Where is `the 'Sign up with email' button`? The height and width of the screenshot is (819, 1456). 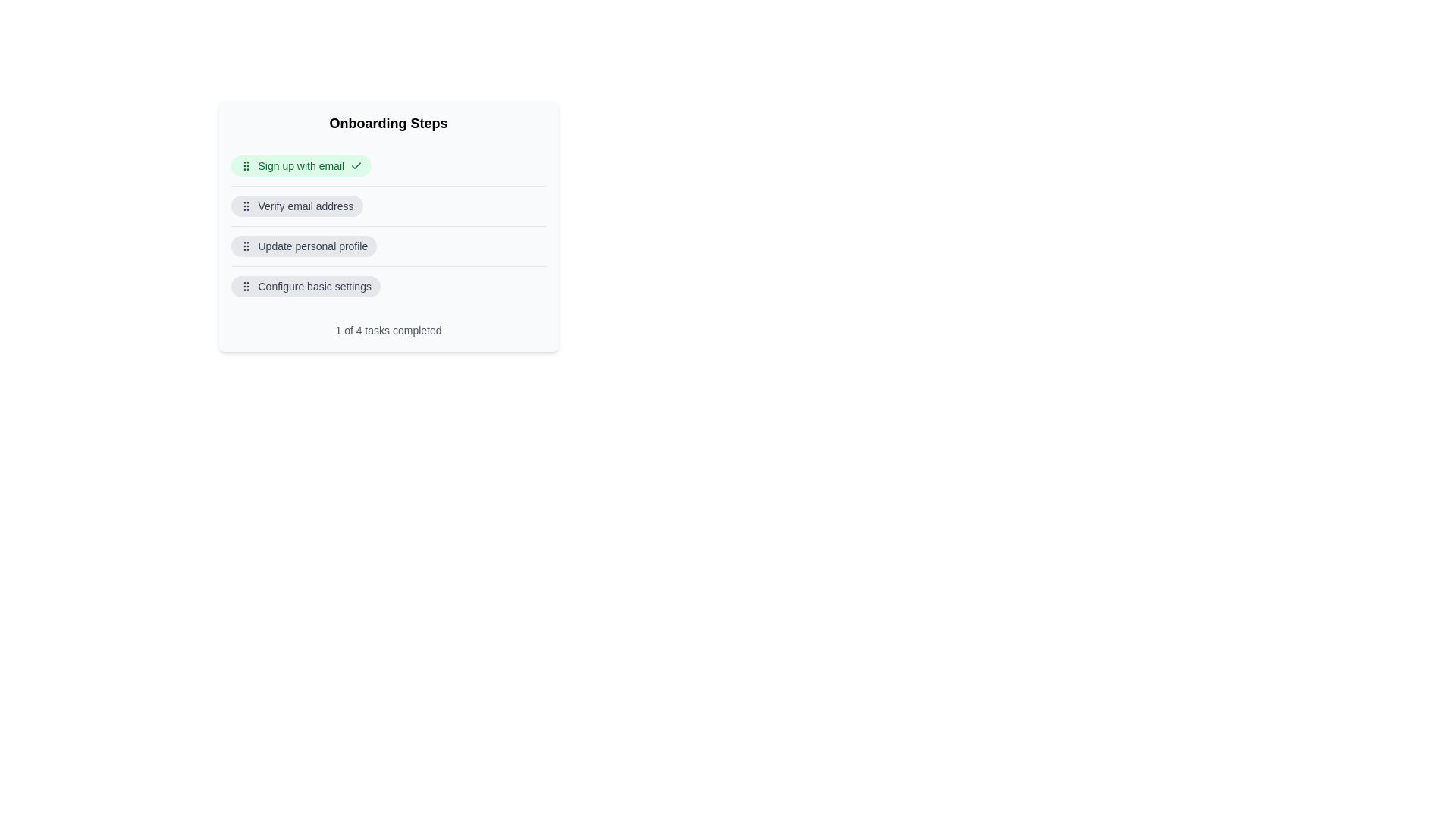
the 'Sign up with email' button is located at coordinates (388, 166).